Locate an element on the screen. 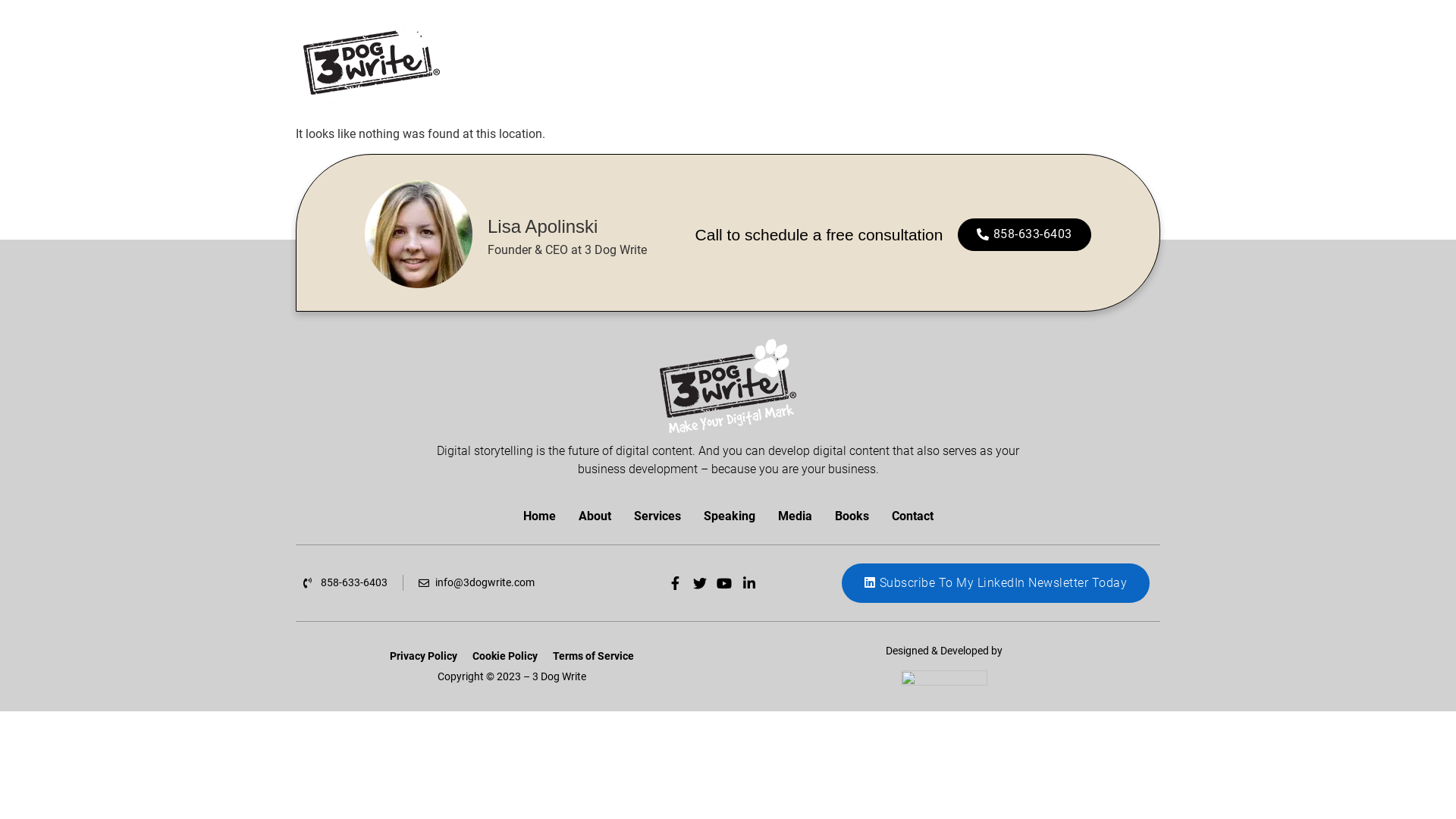  'info@3dogwrite.com' is located at coordinates (475, 582).